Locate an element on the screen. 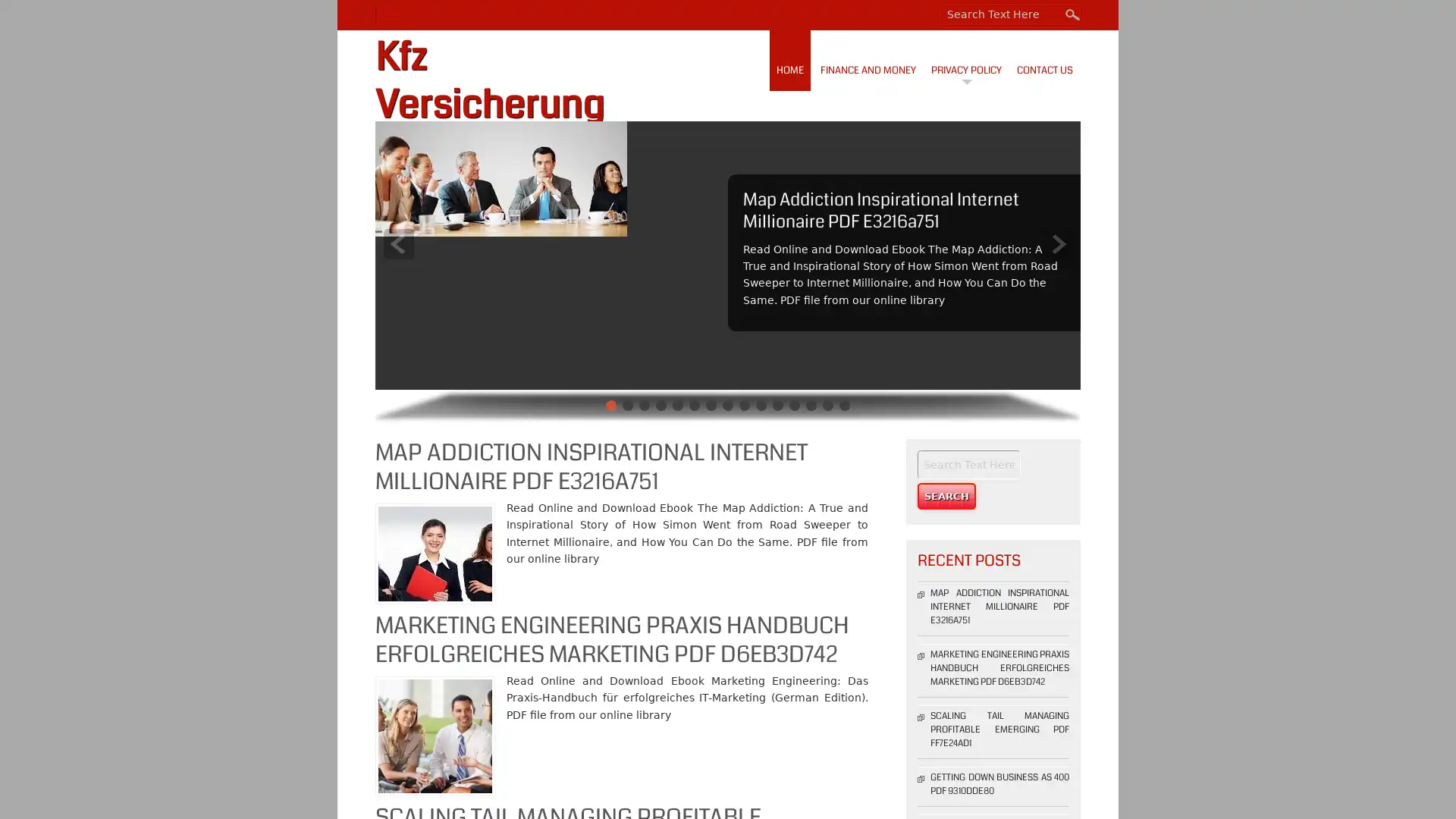 Image resolution: width=1456 pixels, height=819 pixels. Search is located at coordinates (946, 496).